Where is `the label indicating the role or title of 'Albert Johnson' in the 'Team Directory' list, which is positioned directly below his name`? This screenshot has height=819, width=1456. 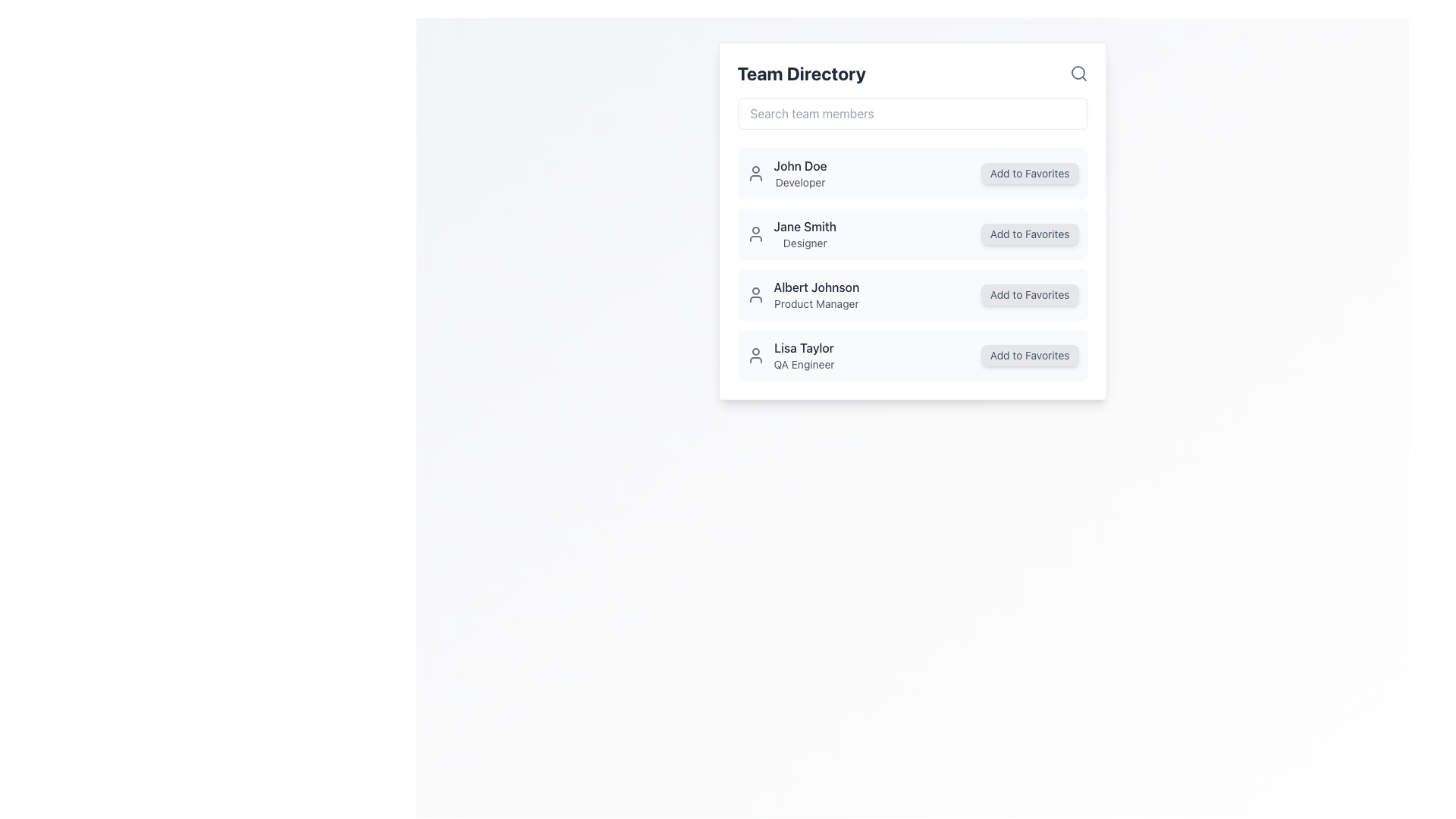
the label indicating the role or title of 'Albert Johnson' in the 'Team Directory' list, which is positioned directly below his name is located at coordinates (815, 304).